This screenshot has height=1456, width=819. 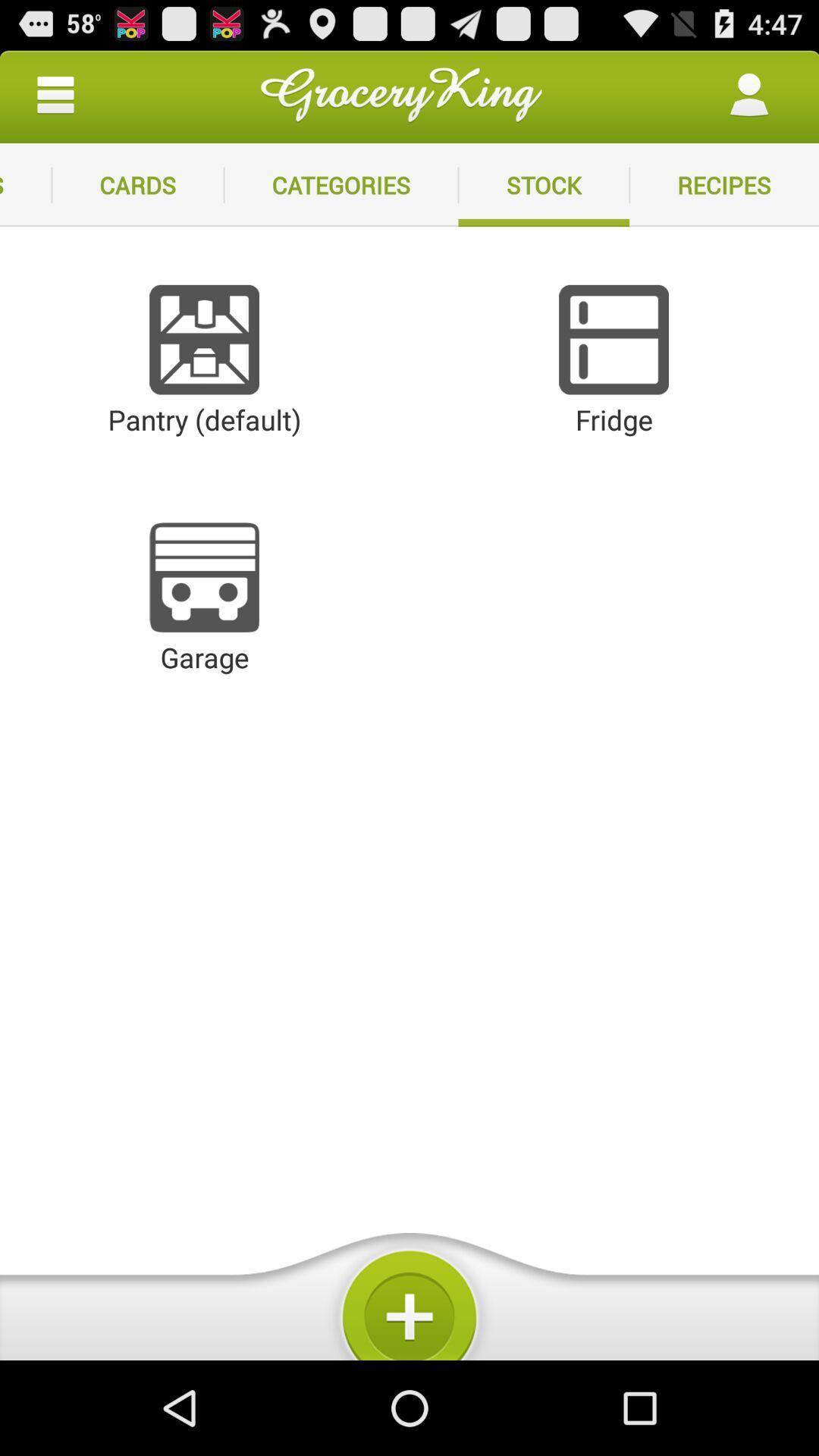 What do you see at coordinates (26, 184) in the screenshot?
I see `the icon next to the cards item` at bounding box center [26, 184].